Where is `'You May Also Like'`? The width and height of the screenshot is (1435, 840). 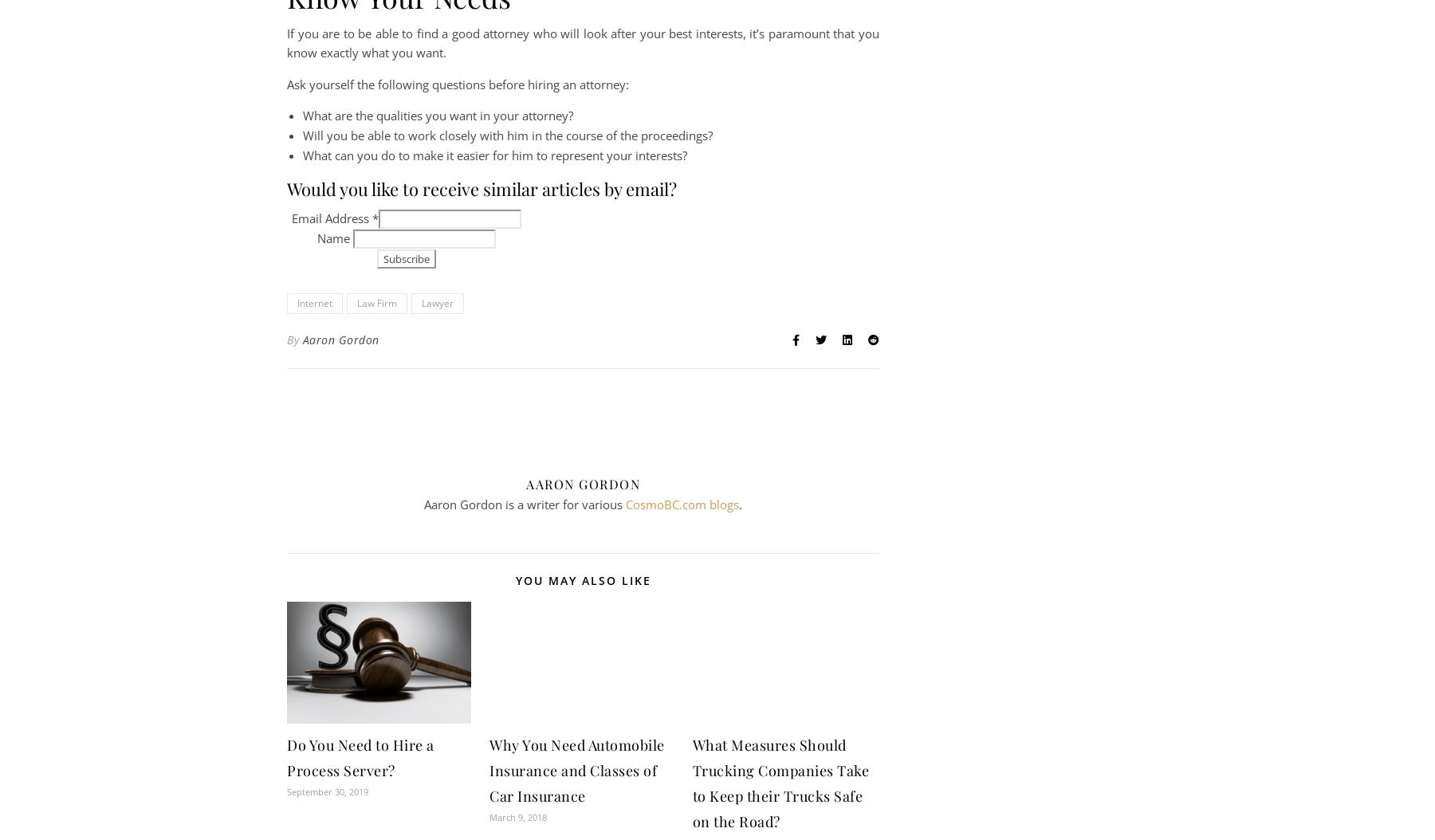 'You May Also Like' is located at coordinates (515, 579).